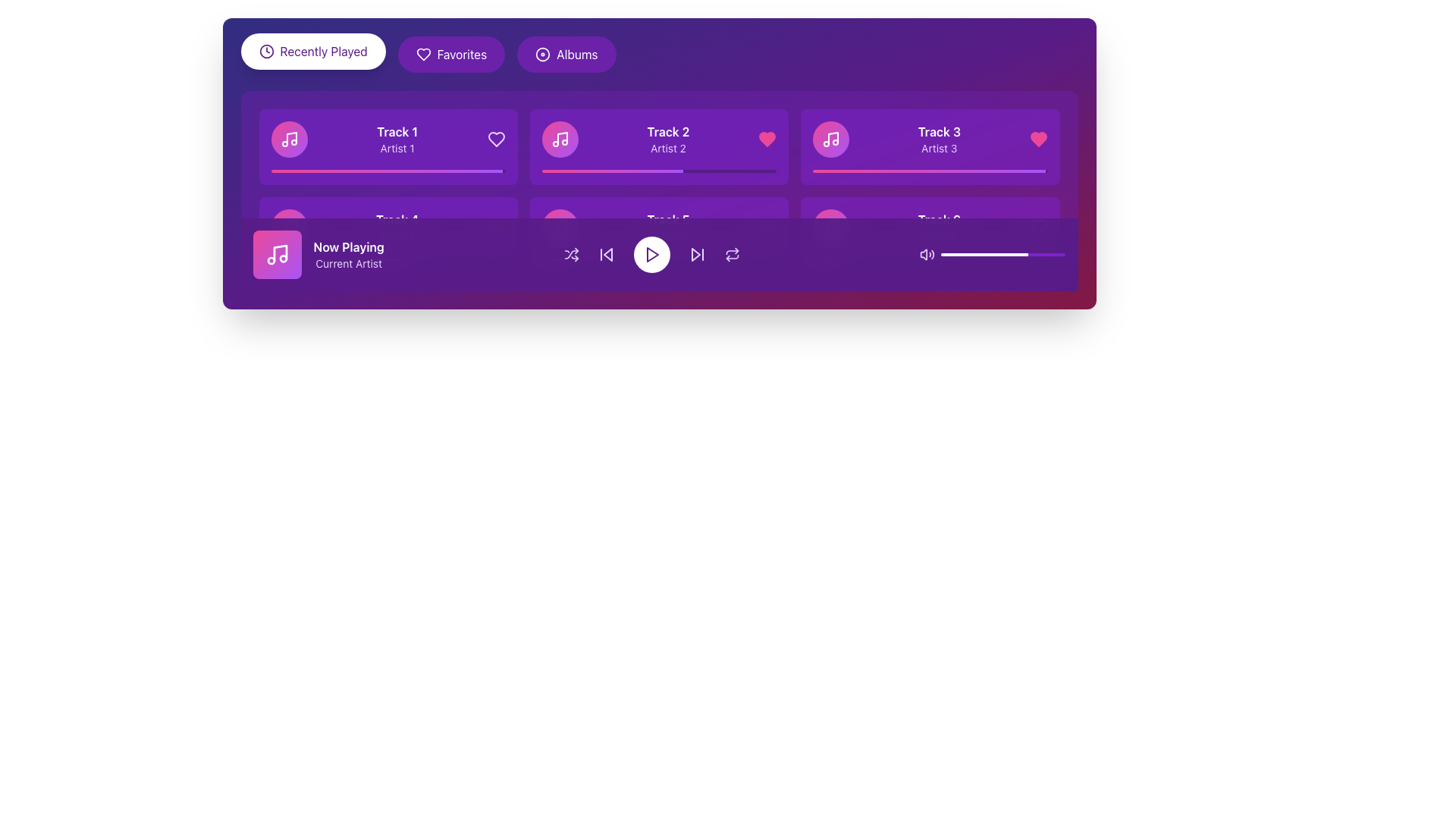  Describe the element at coordinates (559, 140) in the screenshot. I see `the circular Icon button with a gradient background and a white music note icon to play the track located at the top-right of the 'Track 2' item` at that location.